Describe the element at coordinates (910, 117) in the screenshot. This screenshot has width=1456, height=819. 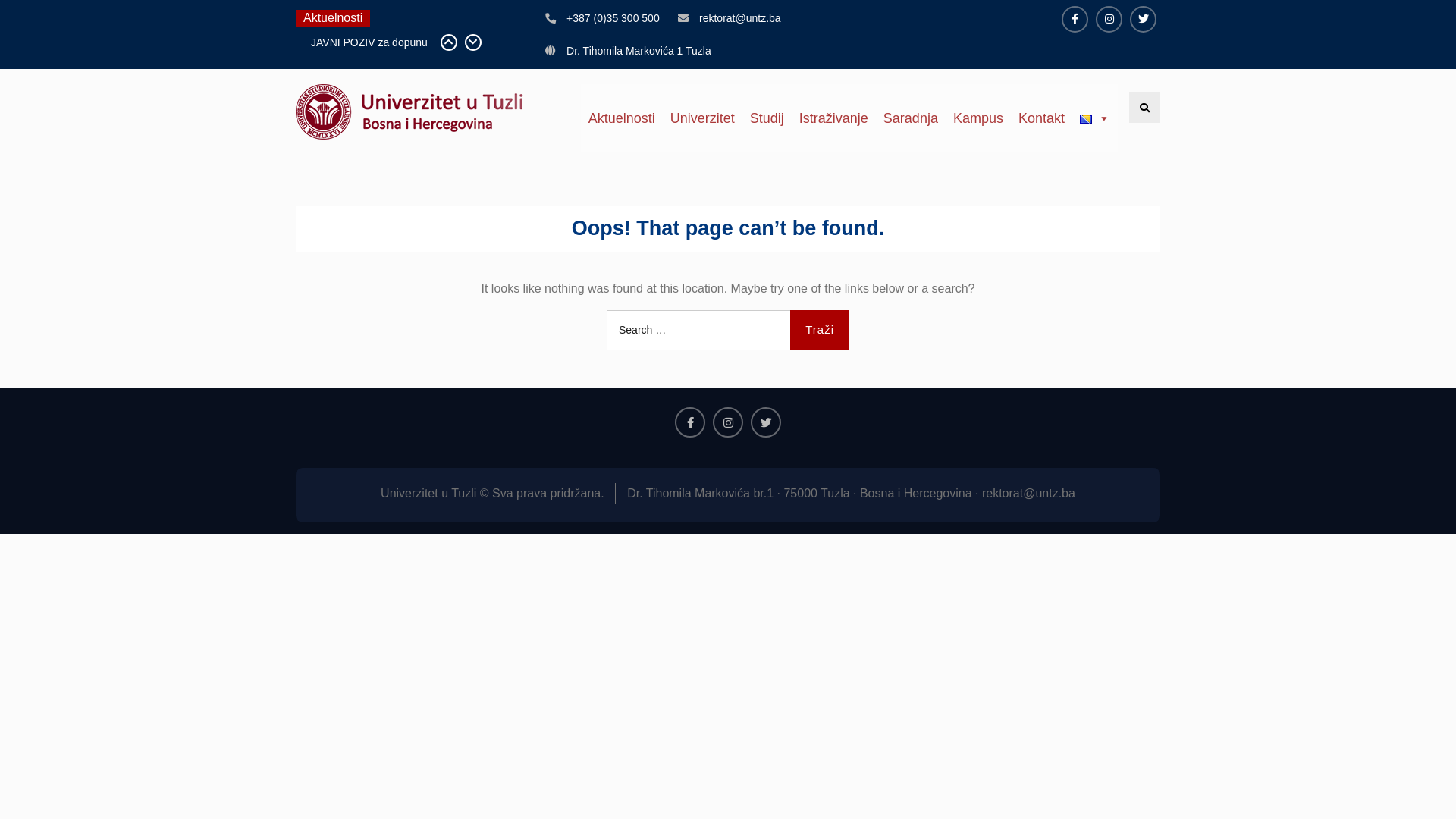
I see `'Saradnja'` at that location.